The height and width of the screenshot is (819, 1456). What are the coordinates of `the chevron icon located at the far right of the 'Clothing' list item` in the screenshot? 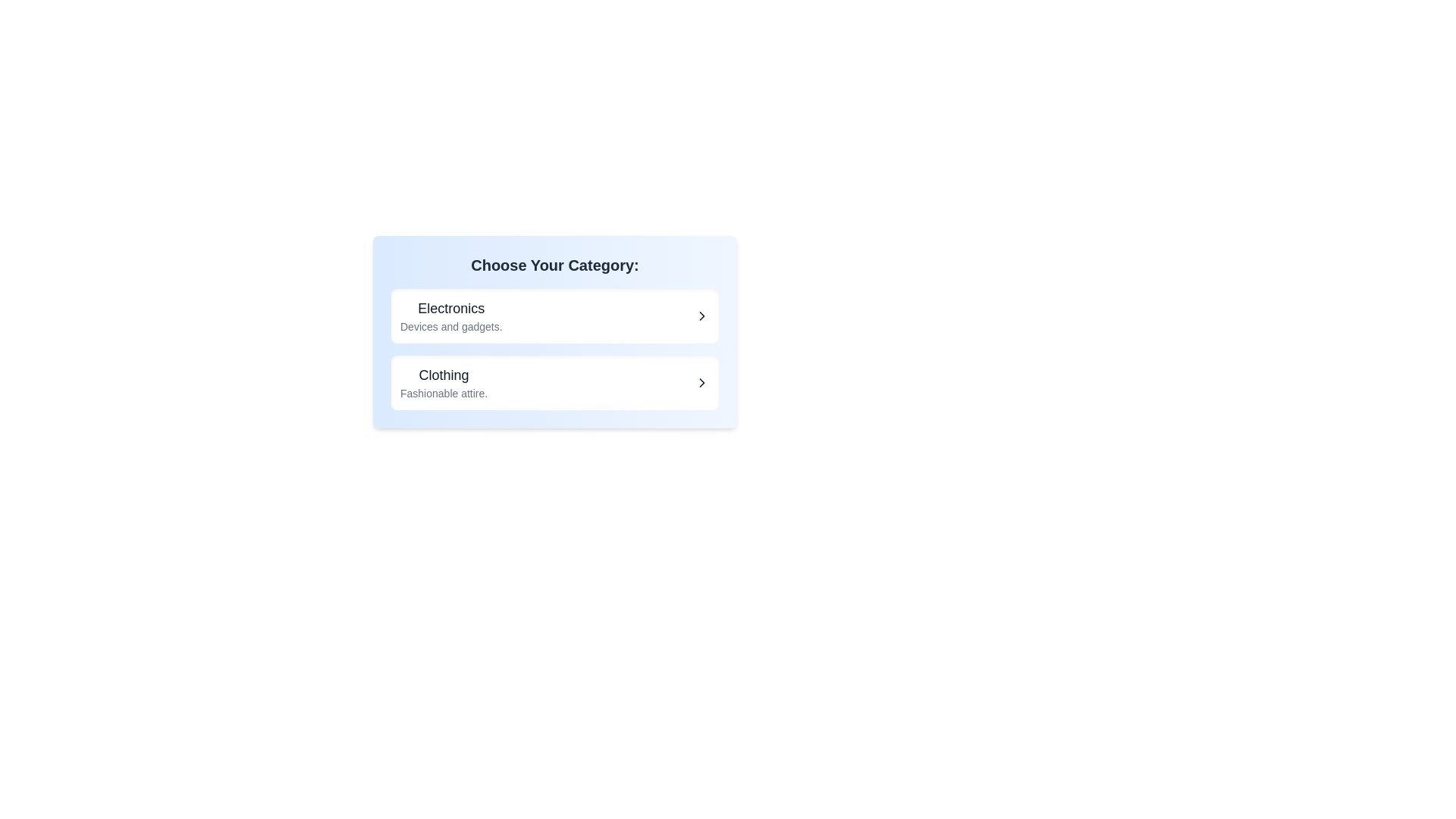 It's located at (701, 382).